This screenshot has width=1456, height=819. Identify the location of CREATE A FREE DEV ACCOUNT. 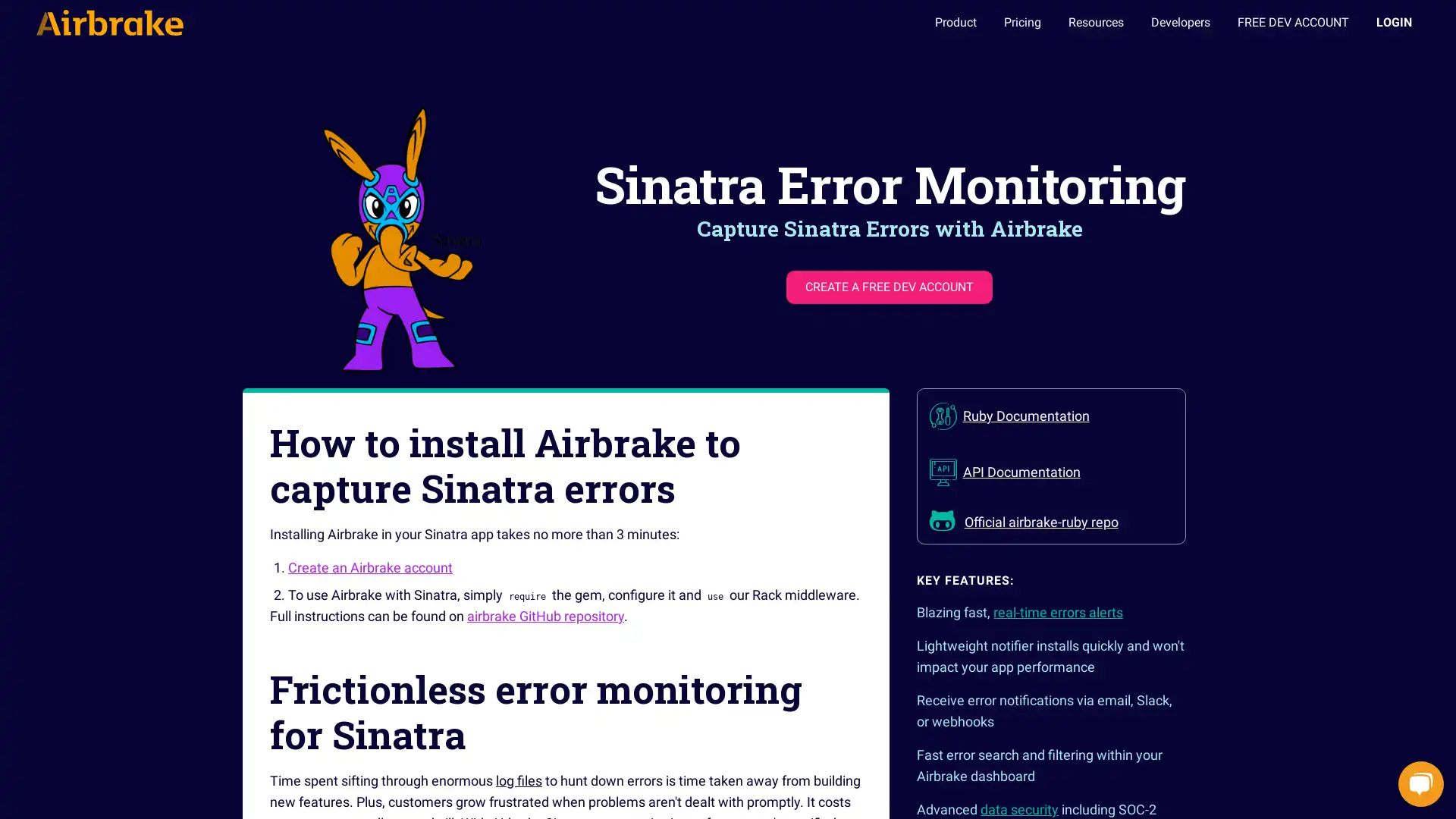
(889, 287).